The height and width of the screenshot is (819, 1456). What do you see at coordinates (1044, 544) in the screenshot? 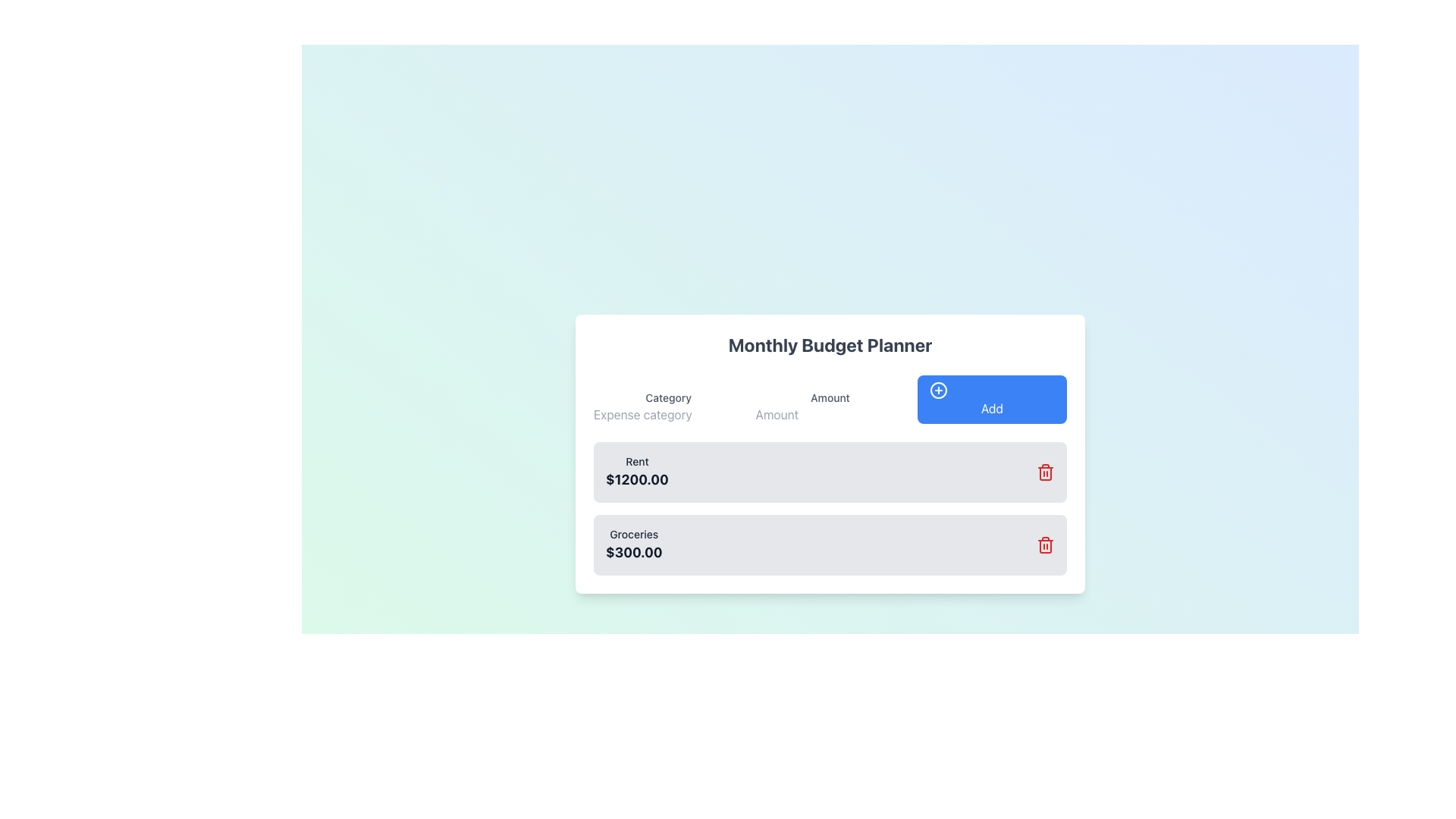
I see `the red trash icon button located to the right of the 'Groceries' item` at bounding box center [1044, 544].